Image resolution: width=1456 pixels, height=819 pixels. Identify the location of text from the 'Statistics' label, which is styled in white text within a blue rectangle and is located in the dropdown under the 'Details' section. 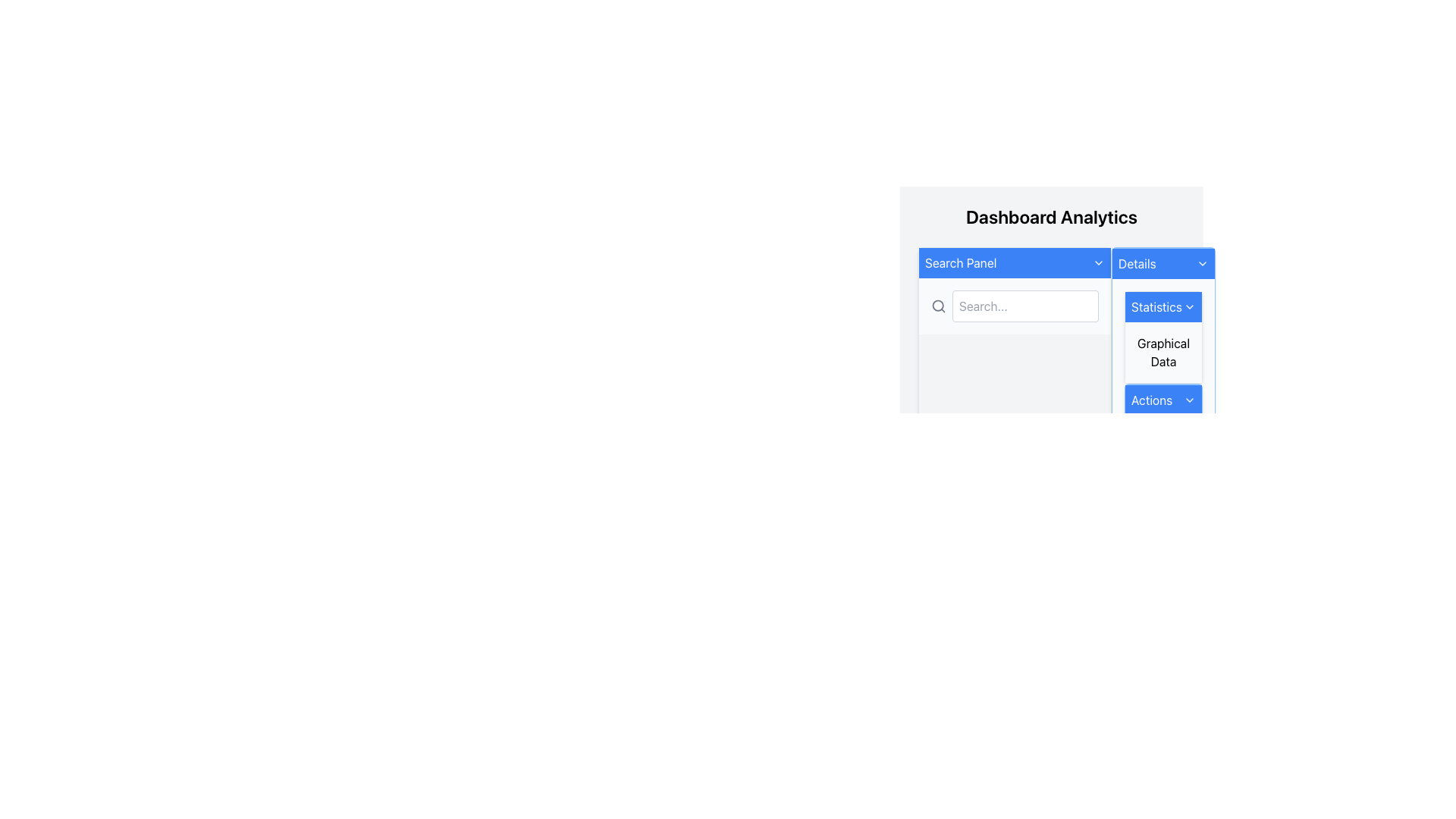
(1156, 307).